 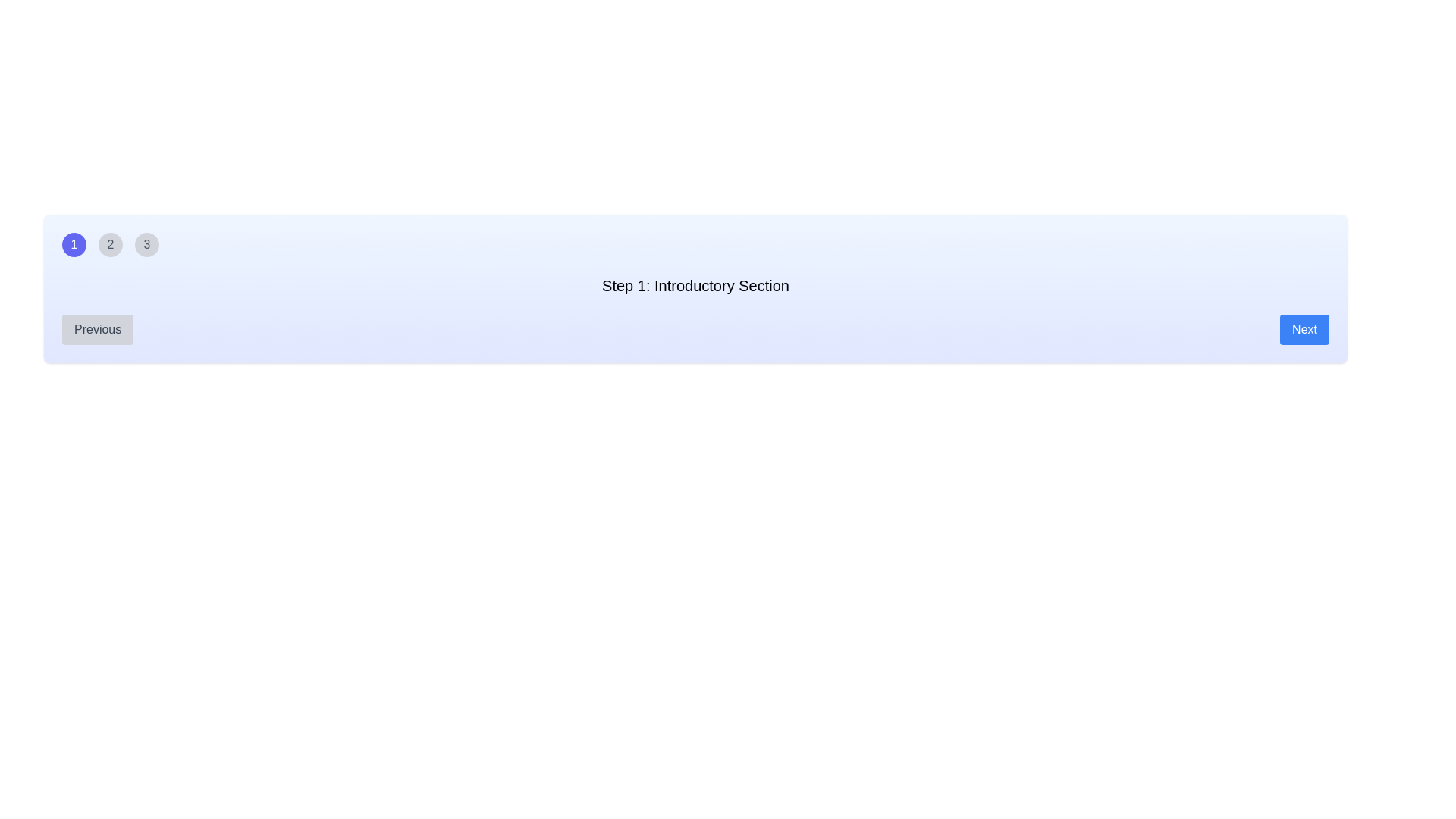 What do you see at coordinates (97, 329) in the screenshot?
I see `the disabled 'Previous' button located at the bottom-left corner of the interface` at bounding box center [97, 329].